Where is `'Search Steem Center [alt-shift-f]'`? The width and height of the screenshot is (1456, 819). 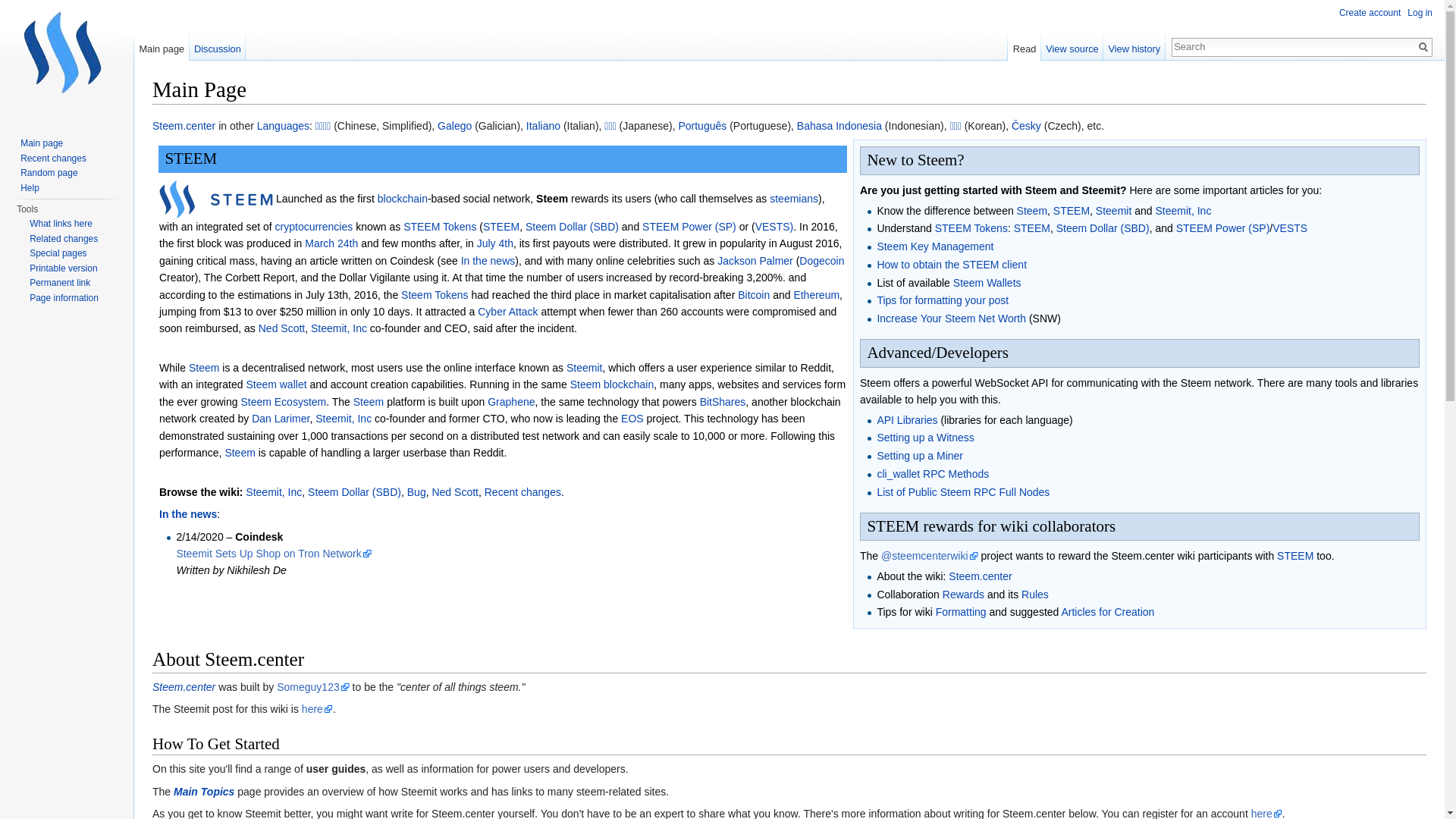
'Search Steem Center [alt-shift-f]' is located at coordinates (1292, 45).